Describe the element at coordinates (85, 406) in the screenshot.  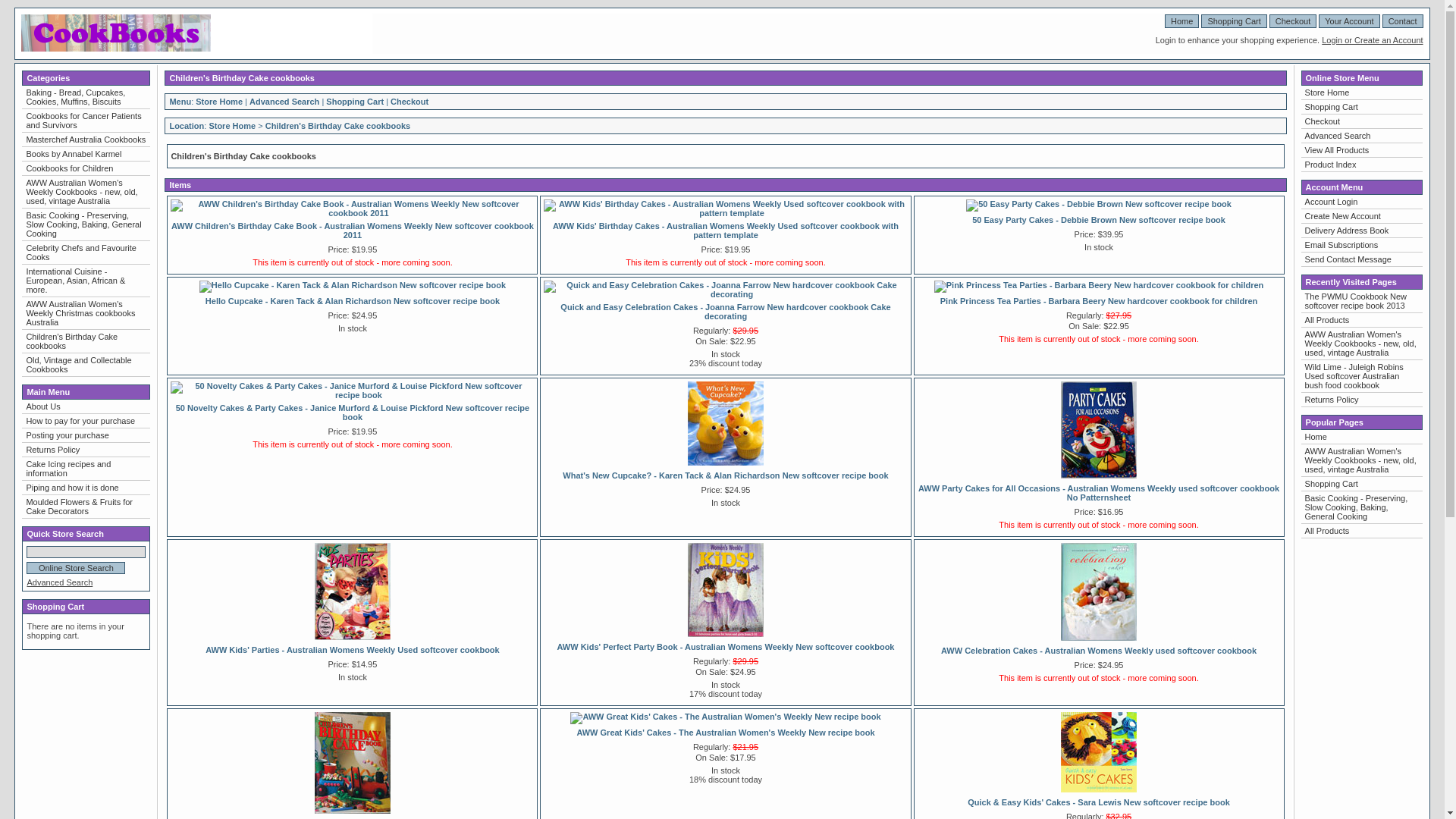
I see `'About Us'` at that location.